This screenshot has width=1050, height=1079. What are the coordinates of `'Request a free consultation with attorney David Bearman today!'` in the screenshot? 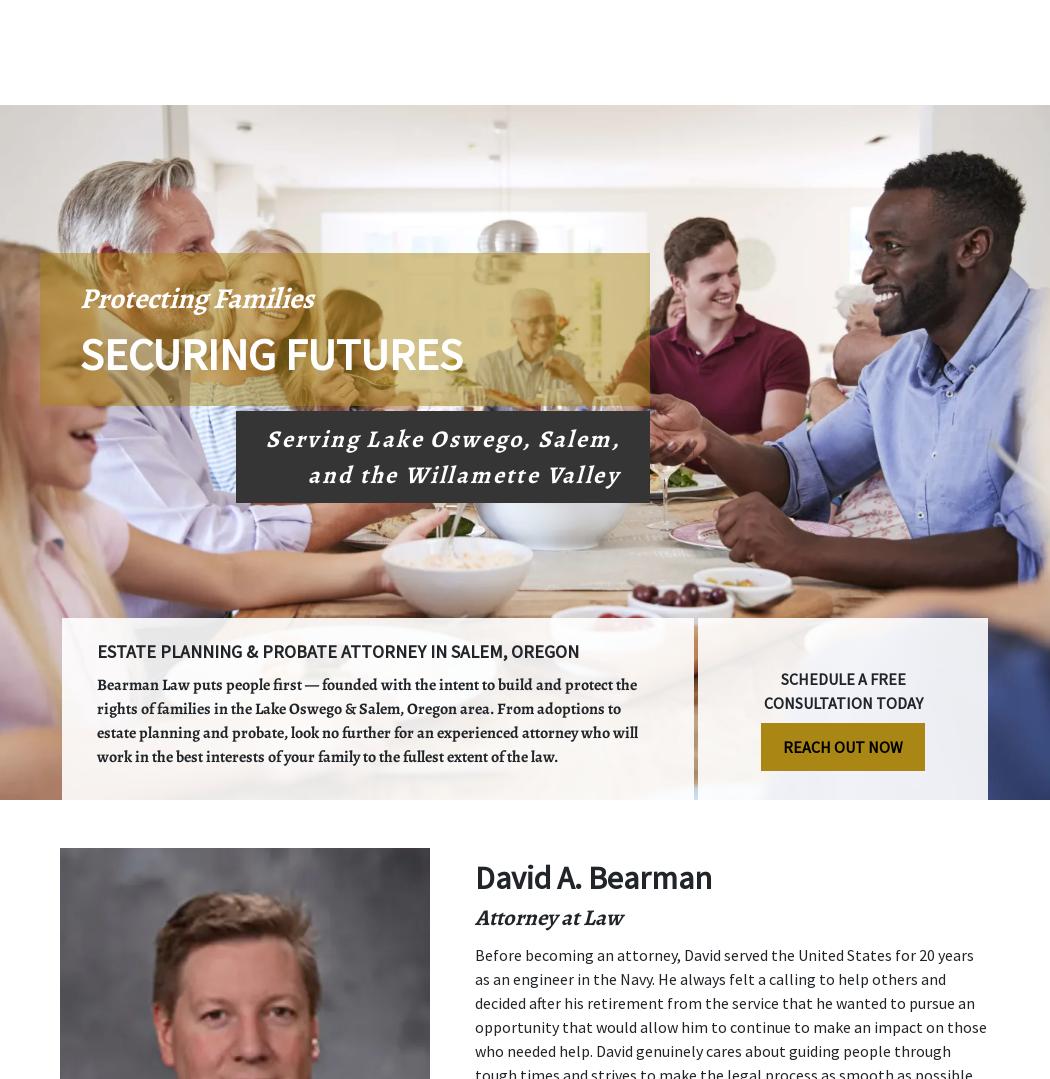 It's located at (452, 421).